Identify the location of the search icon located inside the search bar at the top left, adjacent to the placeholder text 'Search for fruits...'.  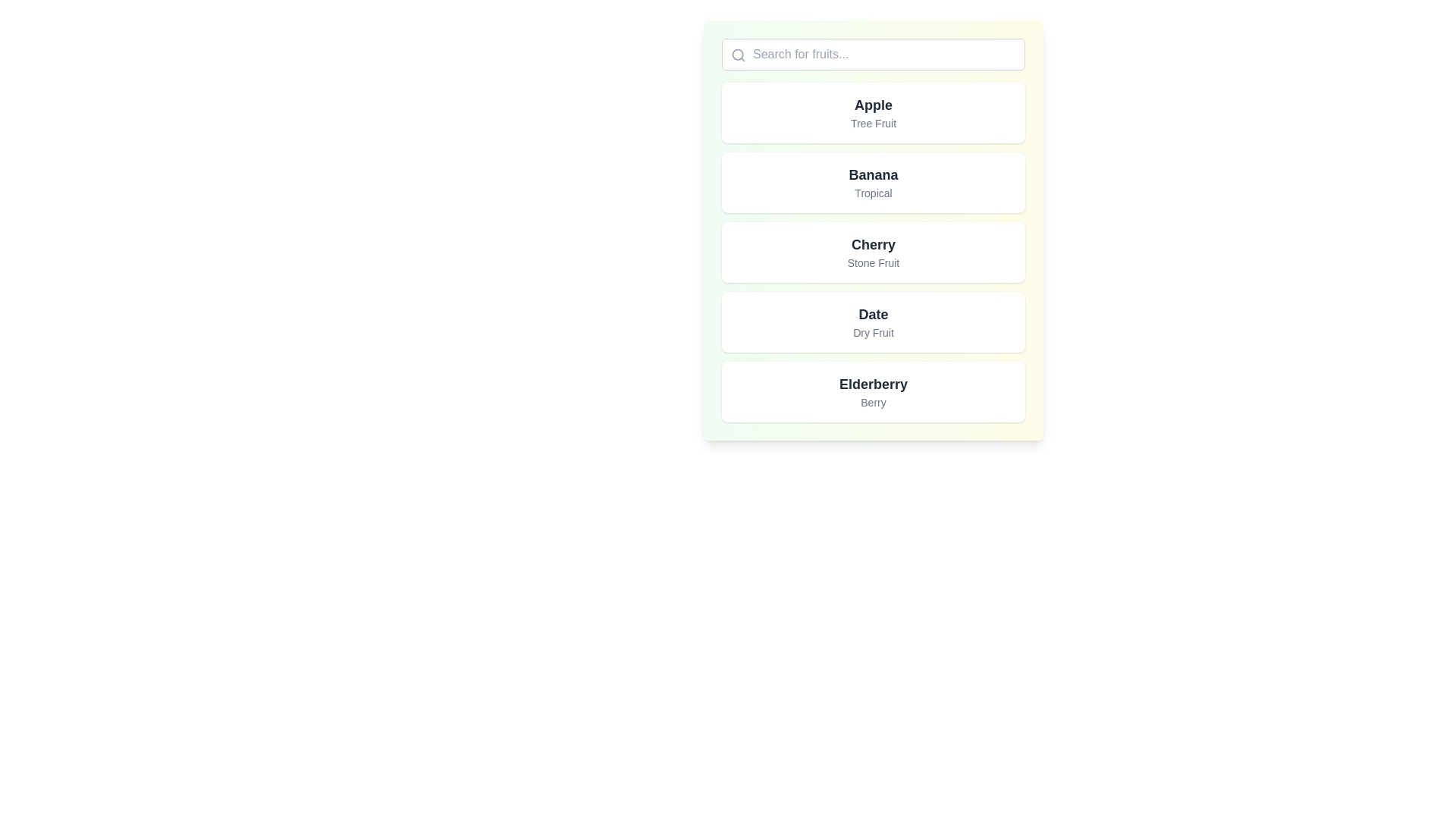
(739, 55).